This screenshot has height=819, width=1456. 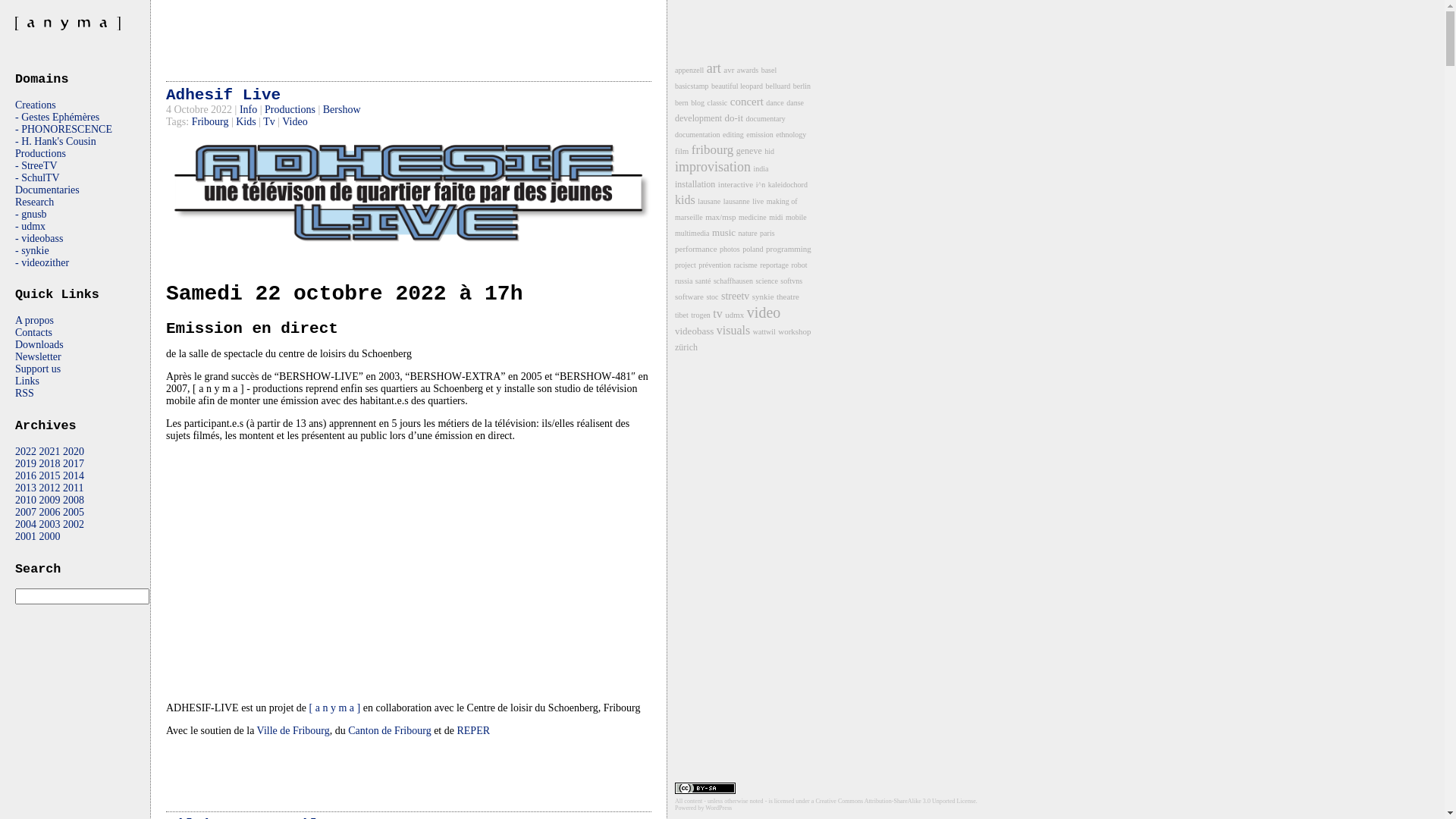 What do you see at coordinates (761, 168) in the screenshot?
I see `'india'` at bounding box center [761, 168].